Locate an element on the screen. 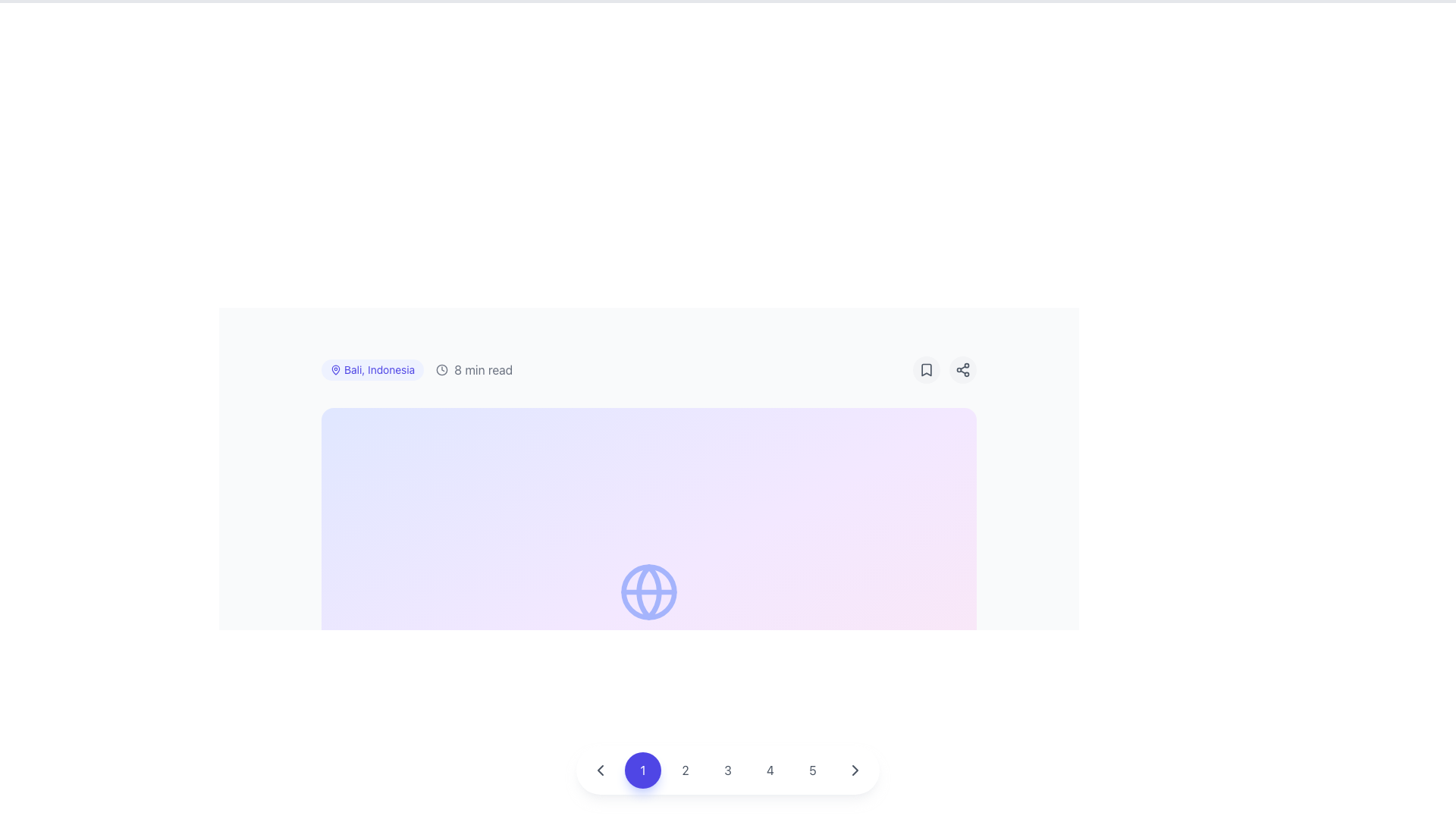 The width and height of the screenshot is (1456, 819). the leftmost icon button in the carousel navigation control is located at coordinates (600, 770).